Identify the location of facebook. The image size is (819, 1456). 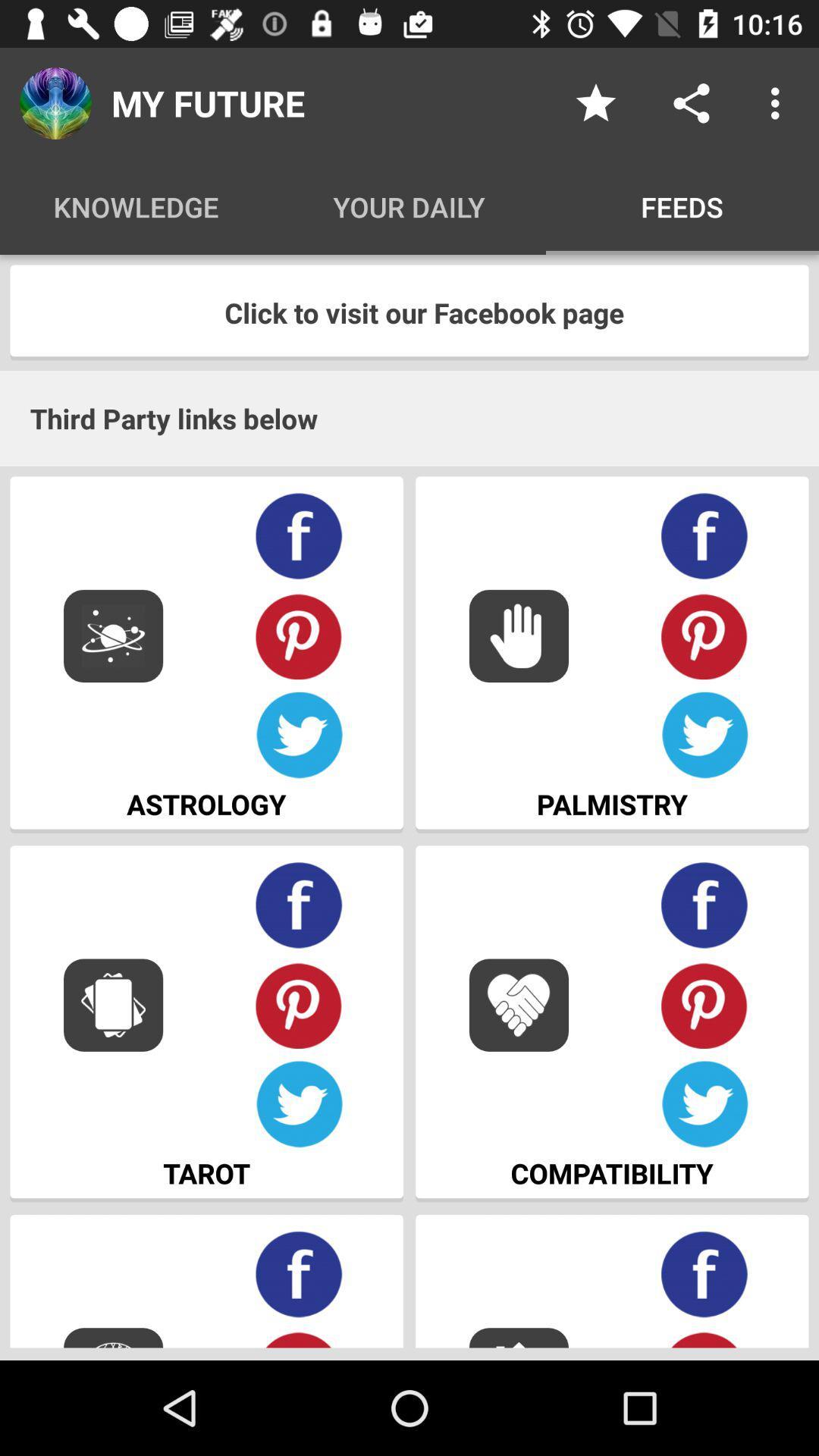
(299, 905).